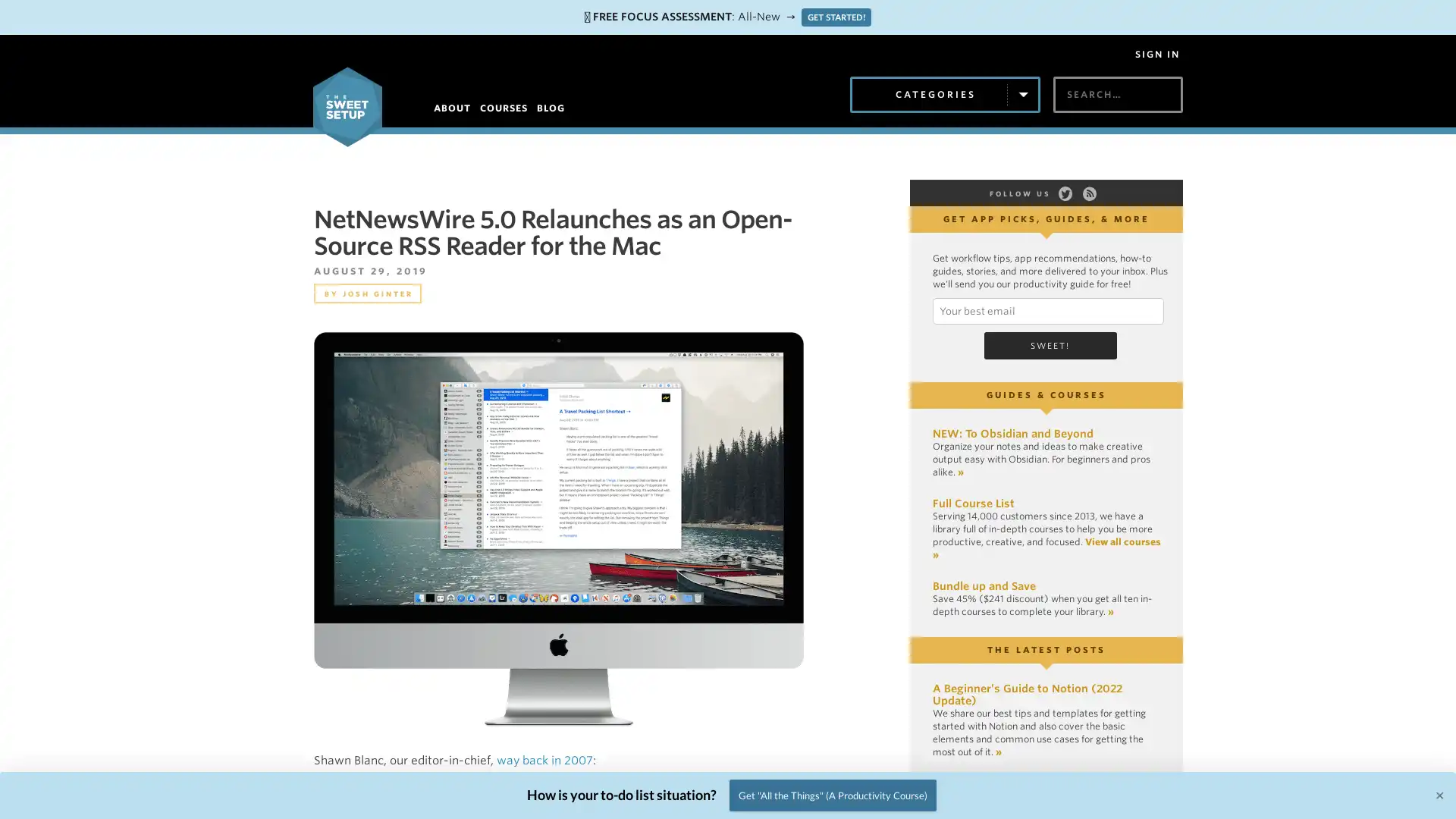 This screenshot has width=1456, height=819. Describe the element at coordinates (1049, 345) in the screenshot. I see `Sweet!` at that location.